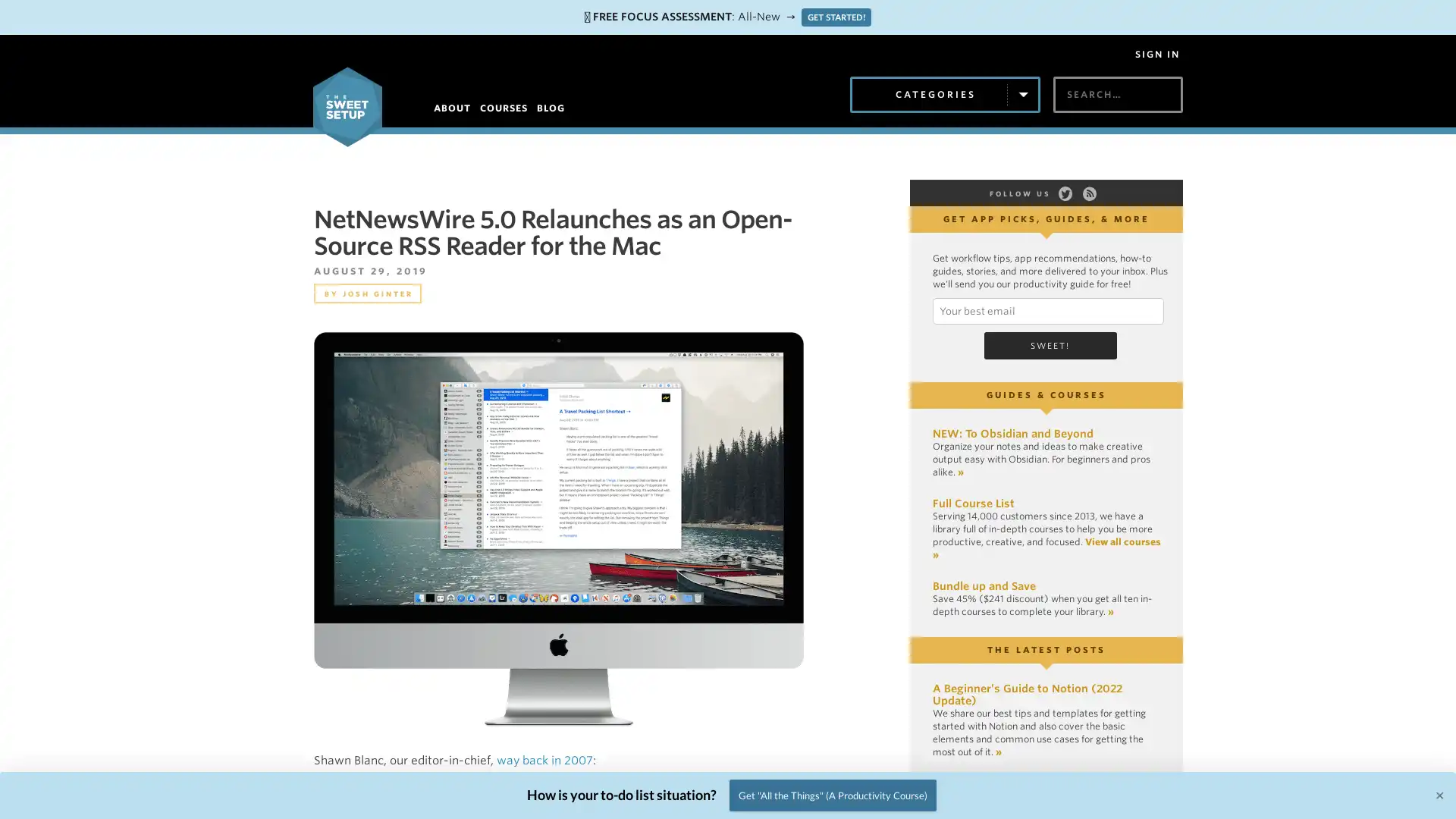 This screenshot has width=1456, height=819. Describe the element at coordinates (1049, 345) in the screenshot. I see `Sweet!` at that location.